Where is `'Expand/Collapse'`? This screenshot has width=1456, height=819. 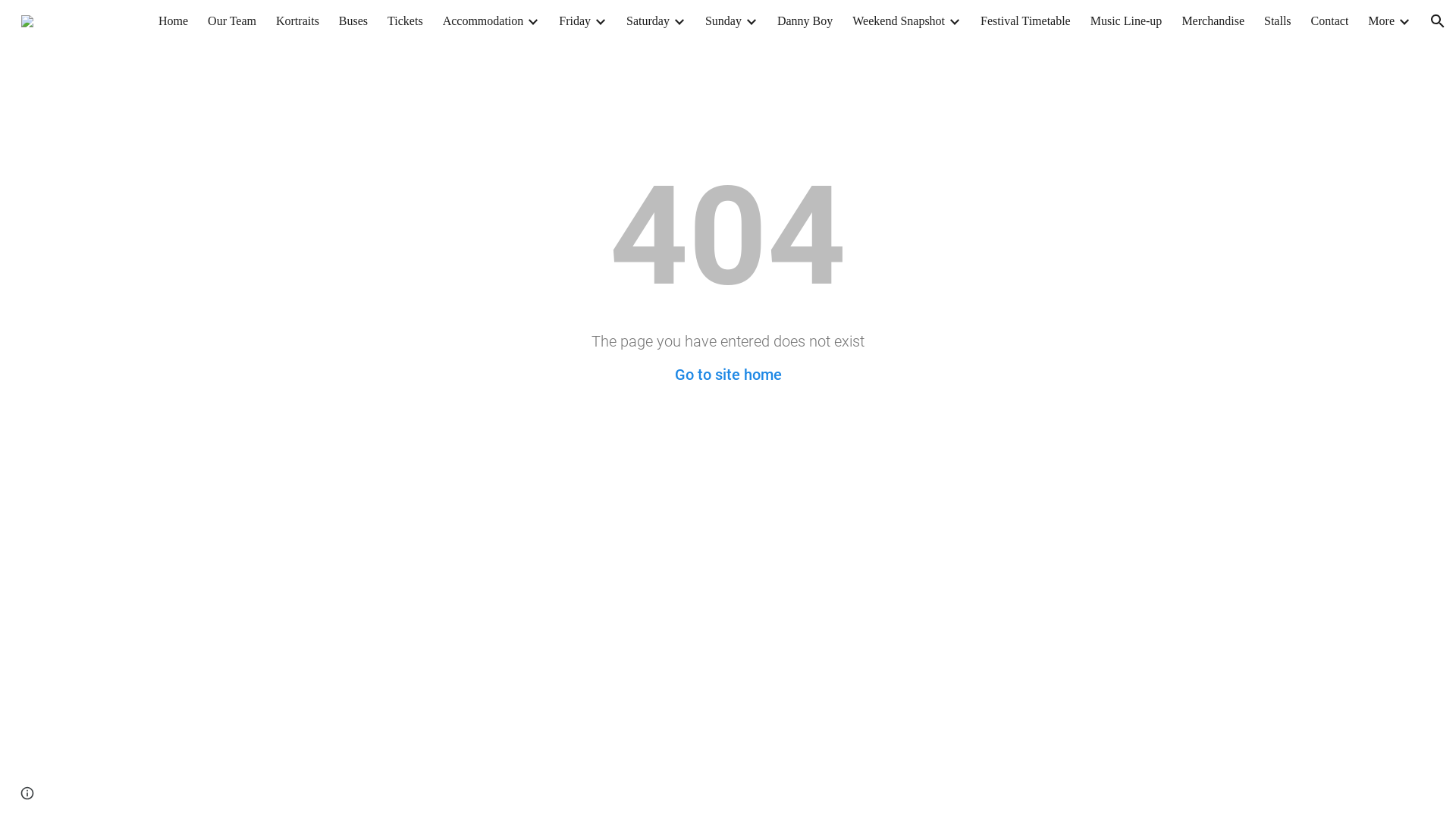 'Expand/Collapse' is located at coordinates (952, 20).